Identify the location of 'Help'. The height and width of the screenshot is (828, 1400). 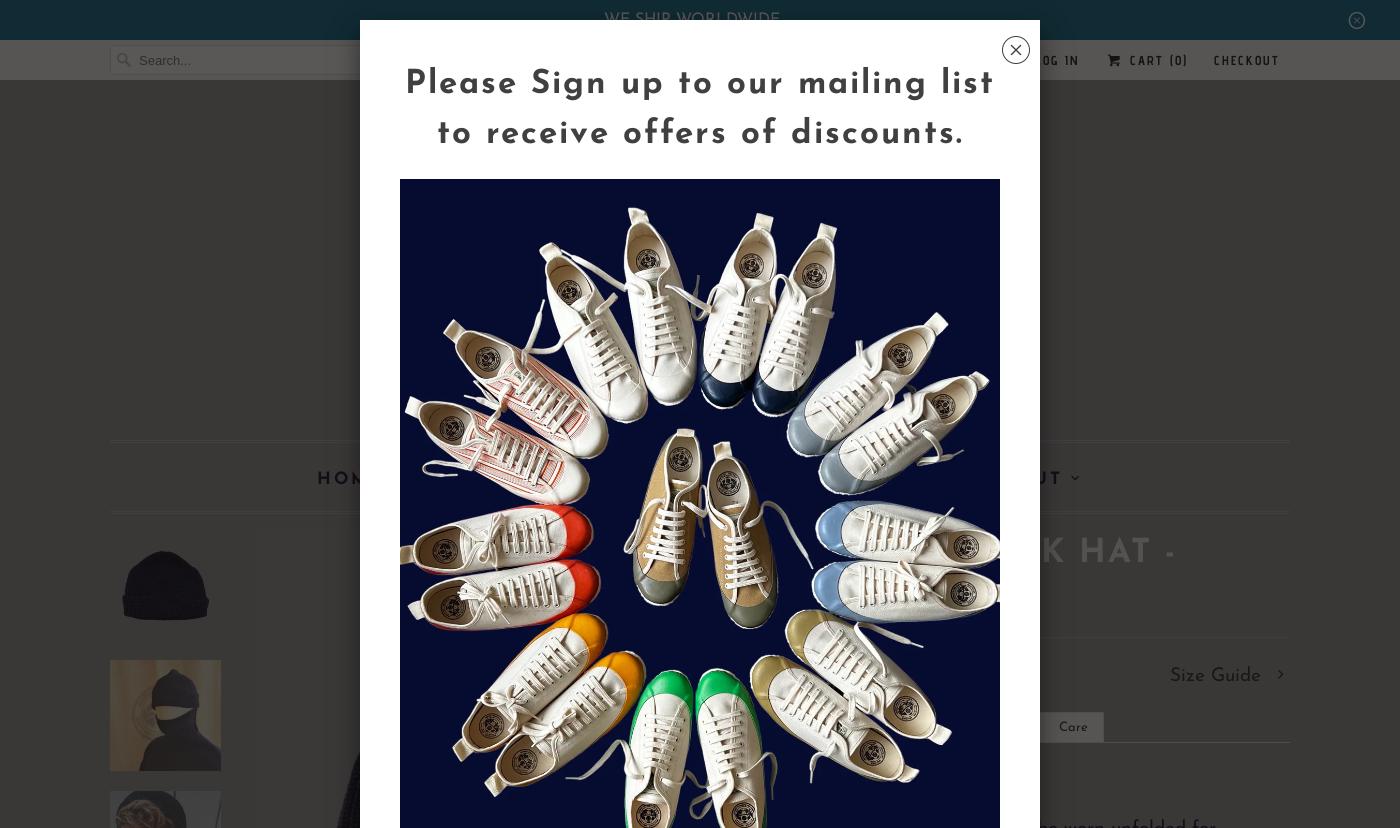
(890, 478).